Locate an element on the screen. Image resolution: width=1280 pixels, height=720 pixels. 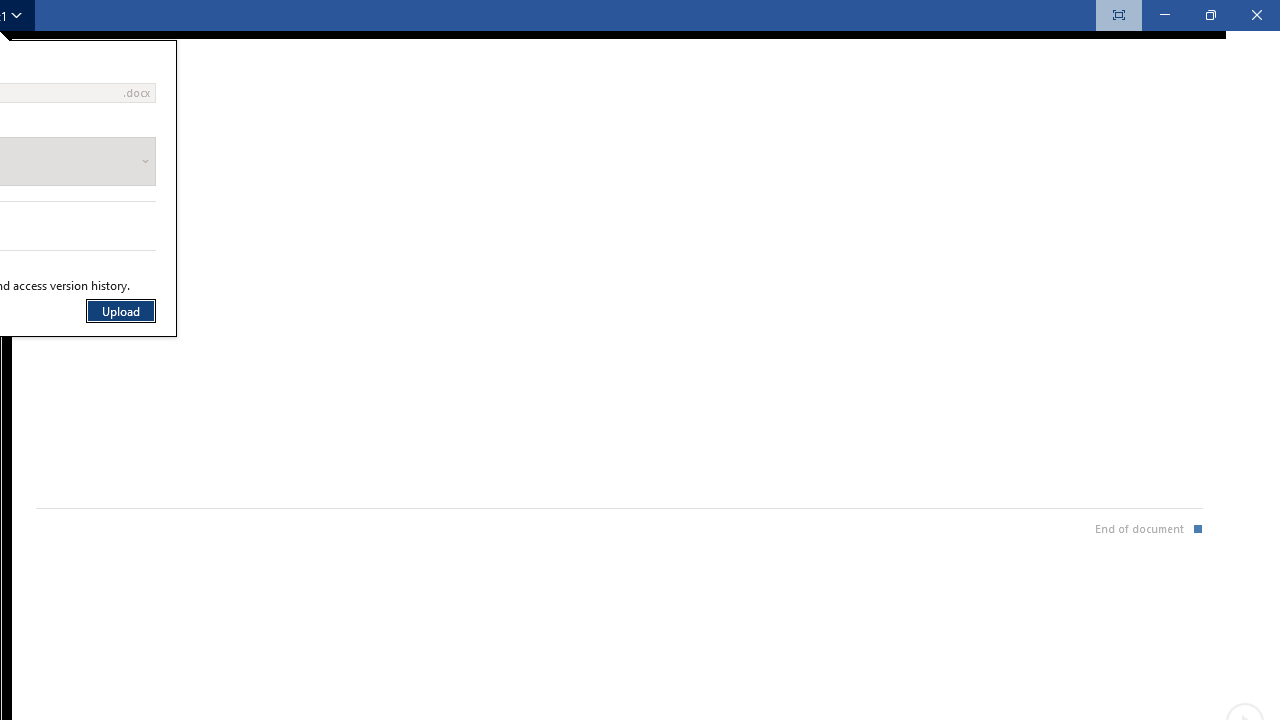
'Always Show Reading Toolbar' is located at coordinates (1117, 15).